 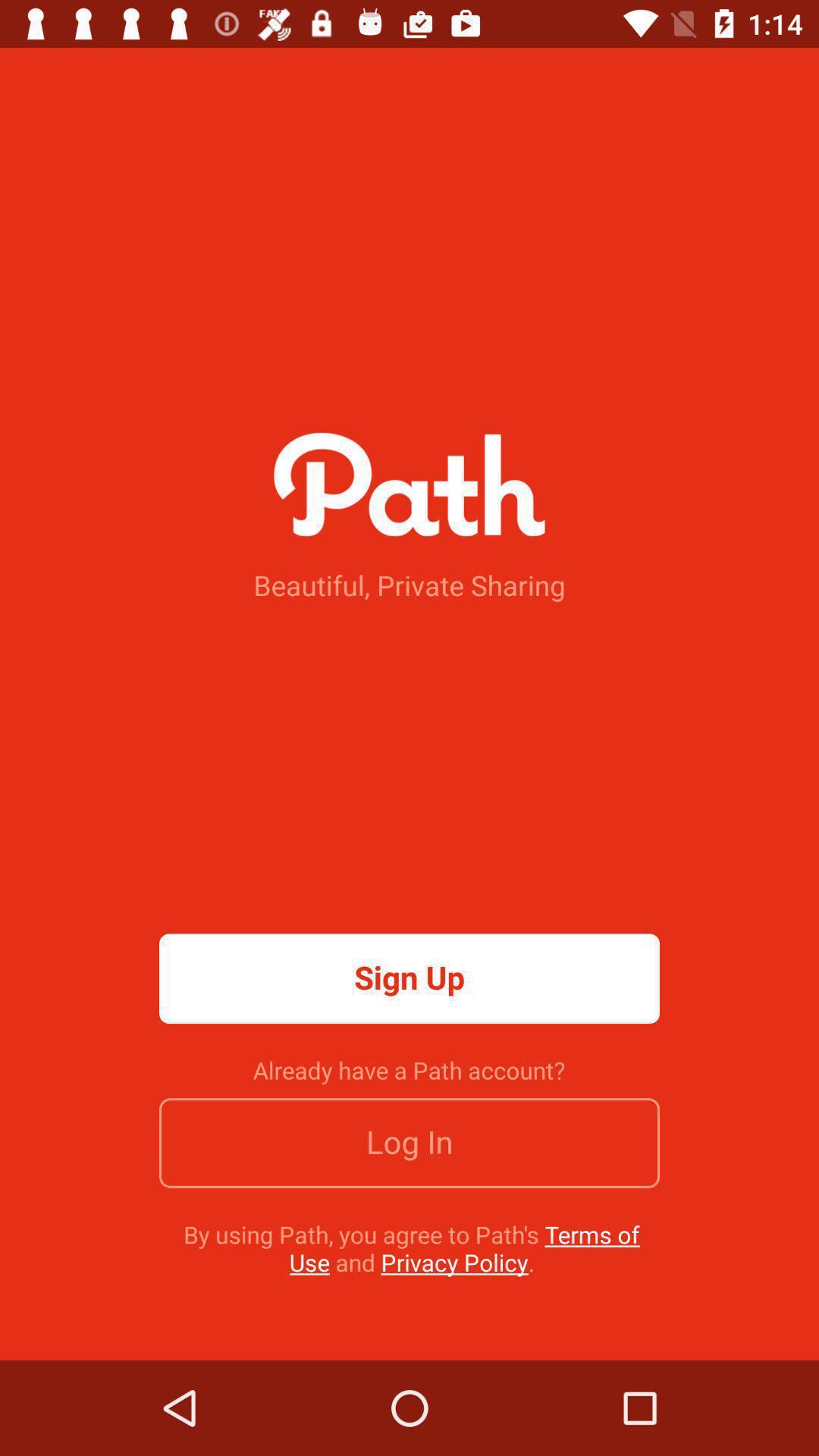 I want to click on app above the by using path, so click(x=409, y=1143).